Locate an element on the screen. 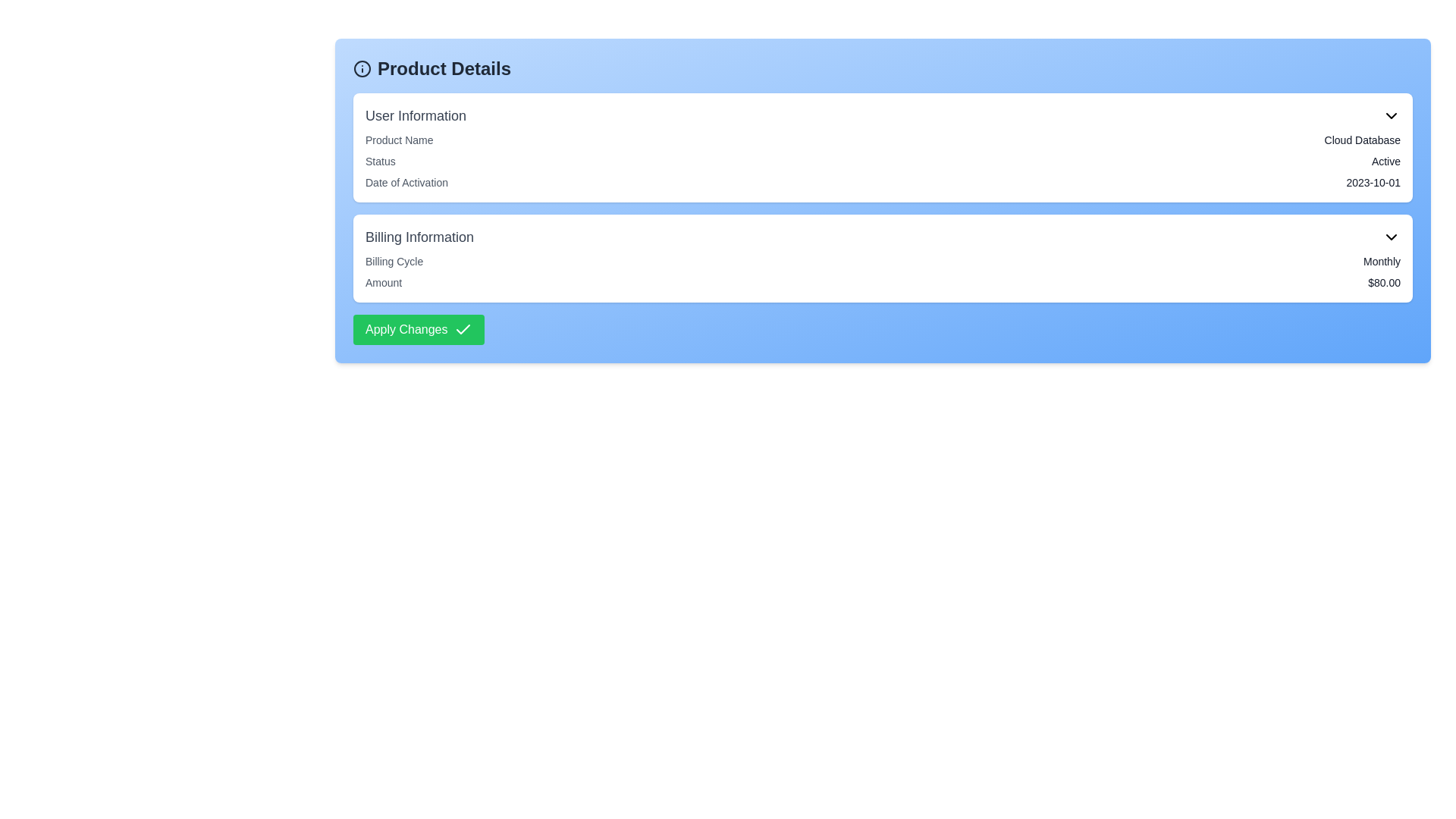 The image size is (1456, 819). the Text Label that indicates the type or category of the following text in the 'User Information' section, located at the top-left corner before the 'Cloud Database' text is located at coordinates (399, 140).